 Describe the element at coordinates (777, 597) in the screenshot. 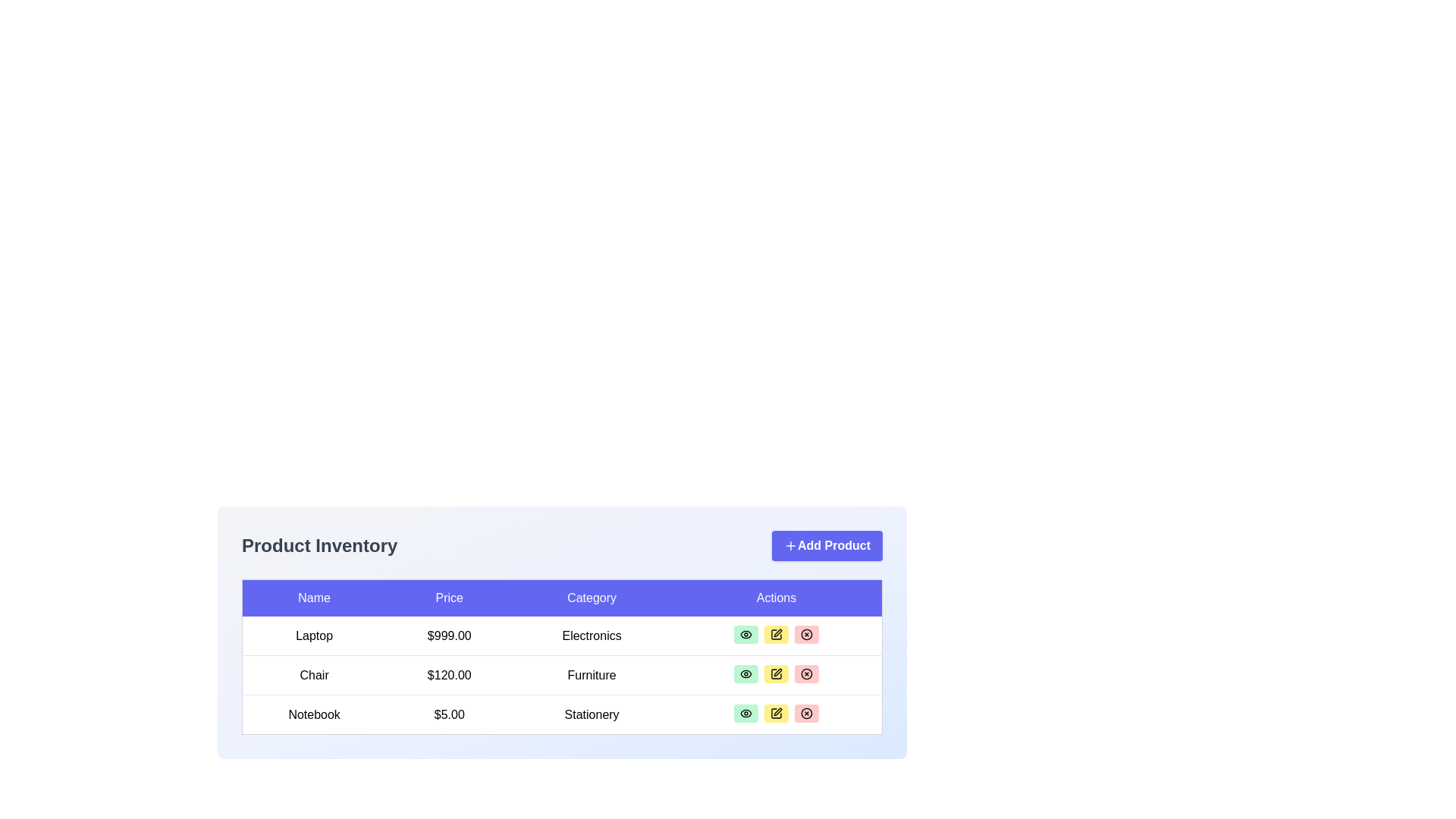

I see `the content of the table header located at the top-right corner of the table header row, immediately right of the 'Category' header and below the 'Product Inventory' label` at that location.